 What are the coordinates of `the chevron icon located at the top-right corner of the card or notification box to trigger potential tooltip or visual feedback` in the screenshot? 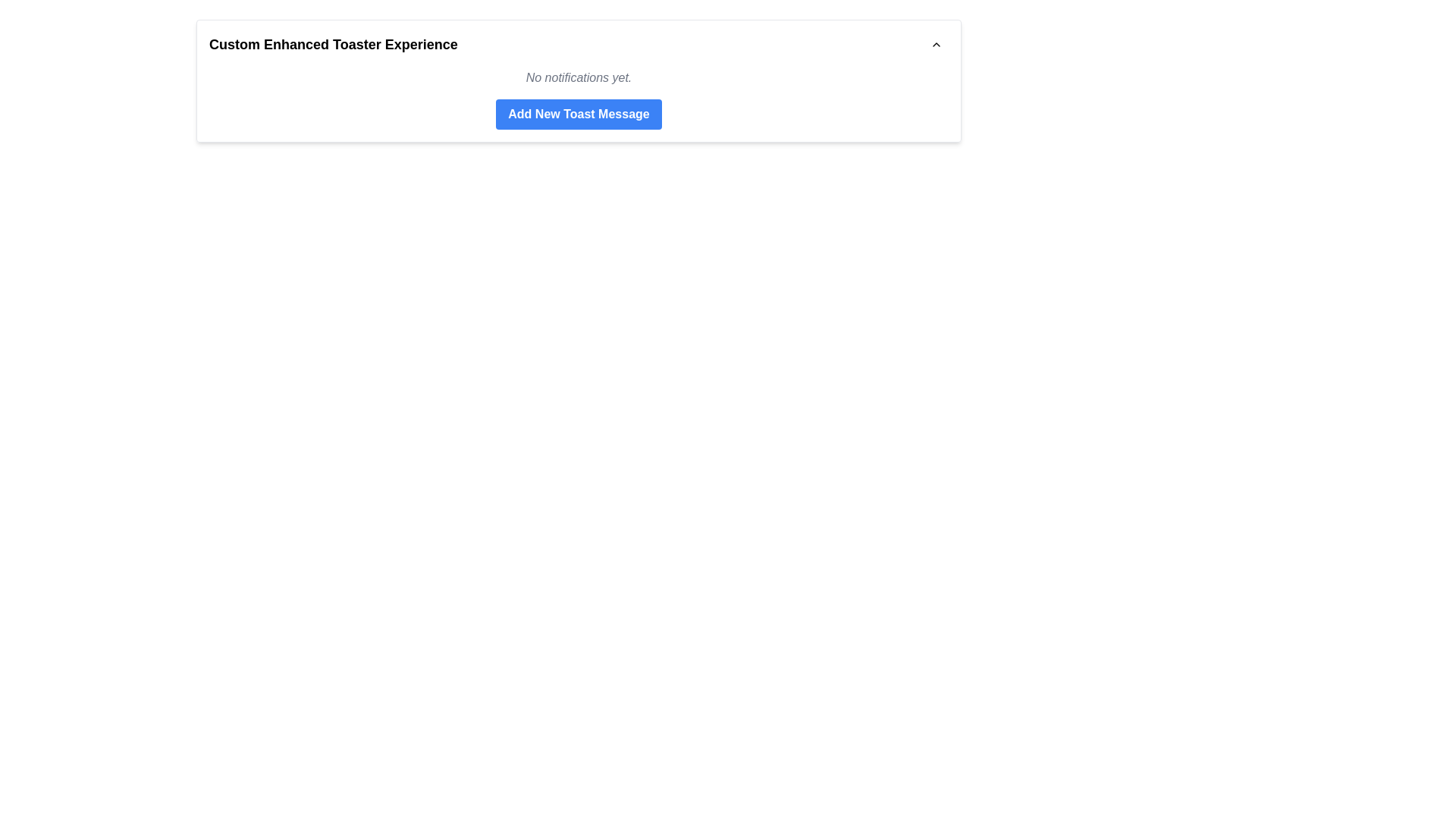 It's located at (935, 43).